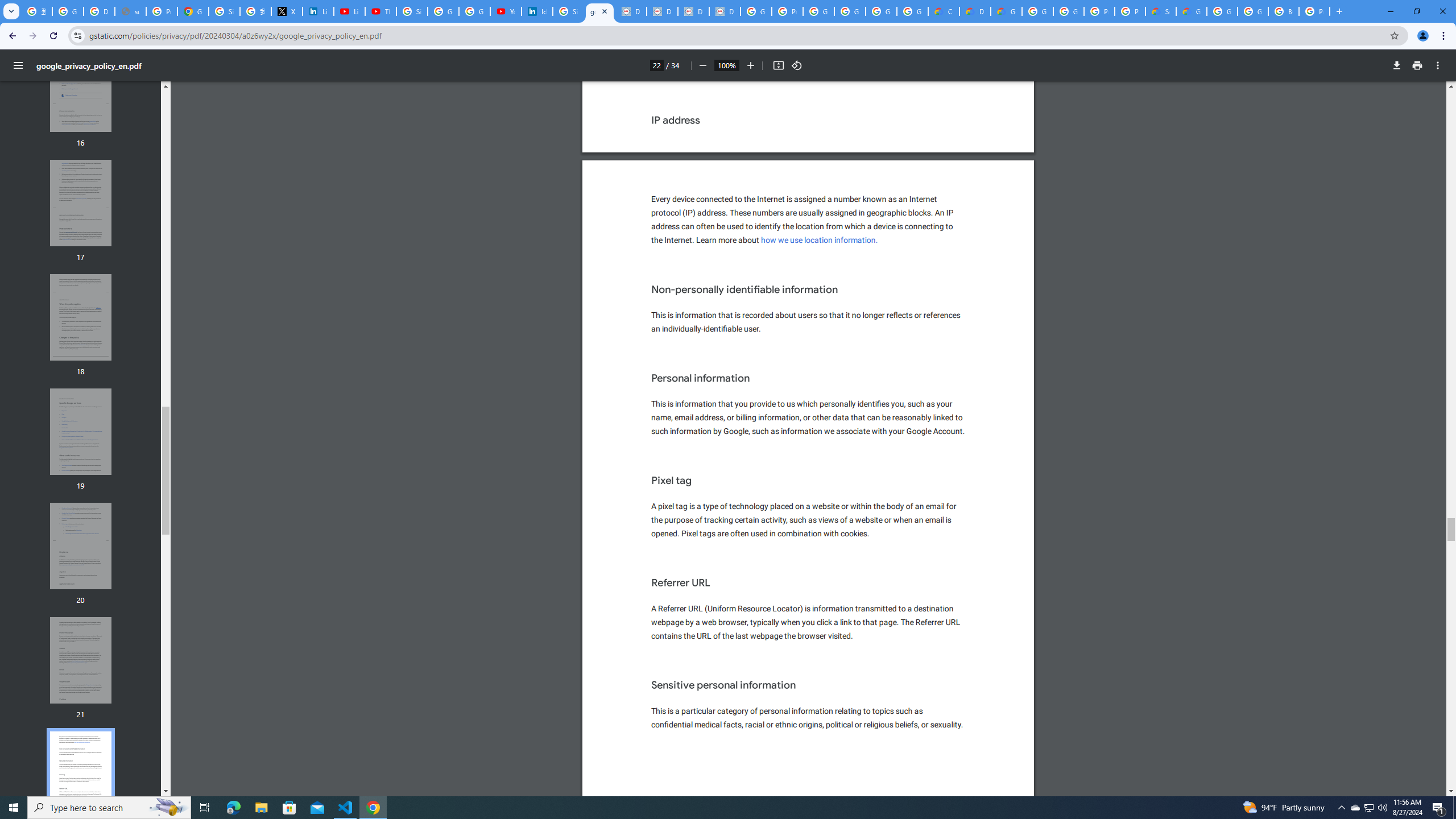 The height and width of the screenshot is (819, 1456). What do you see at coordinates (81, 546) in the screenshot?
I see `'Thumbnail for page 20'` at bounding box center [81, 546].